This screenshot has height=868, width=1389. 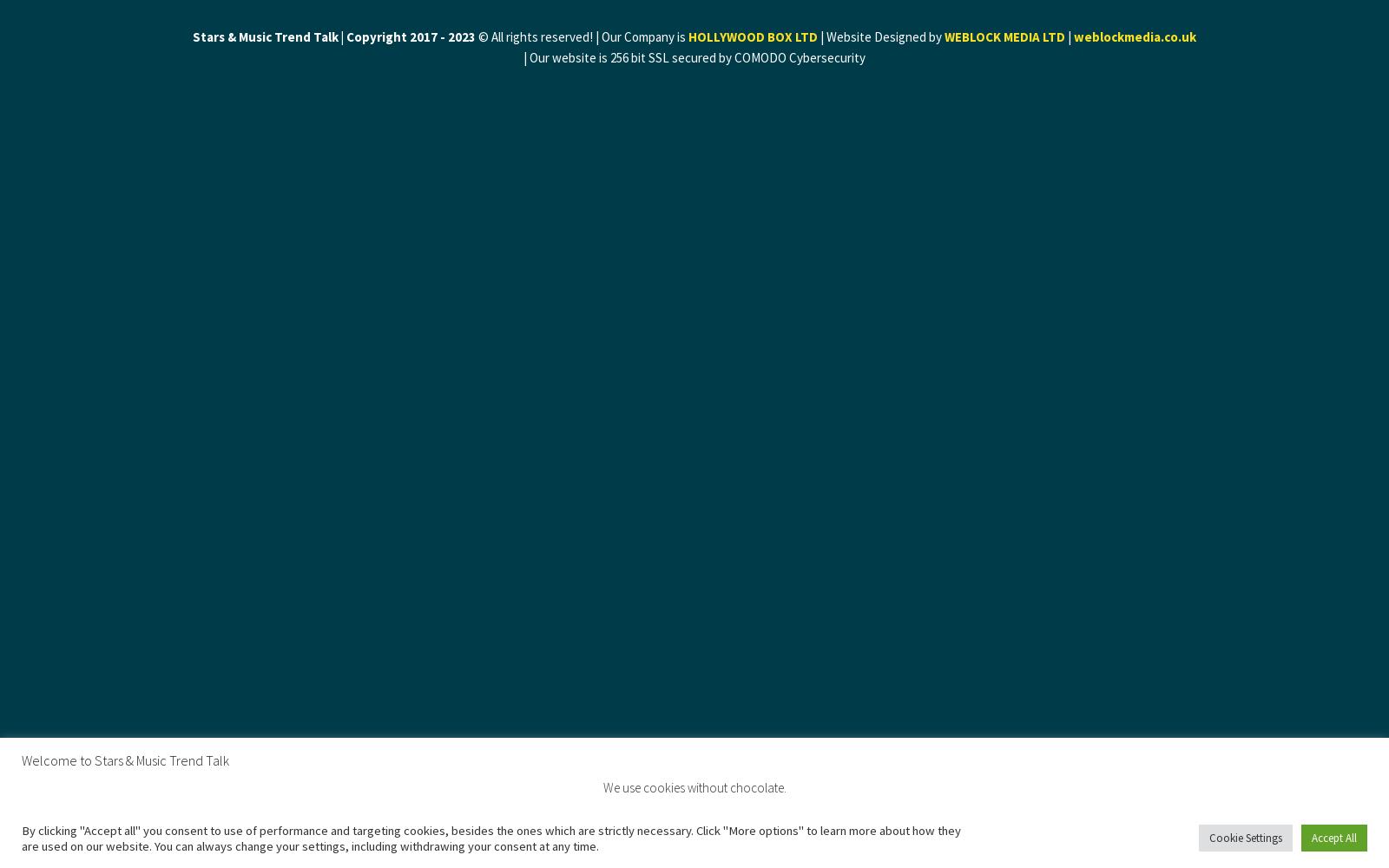 What do you see at coordinates (582, 36) in the screenshot?
I see `'© All  rights reserved! | Our Company is'` at bounding box center [582, 36].